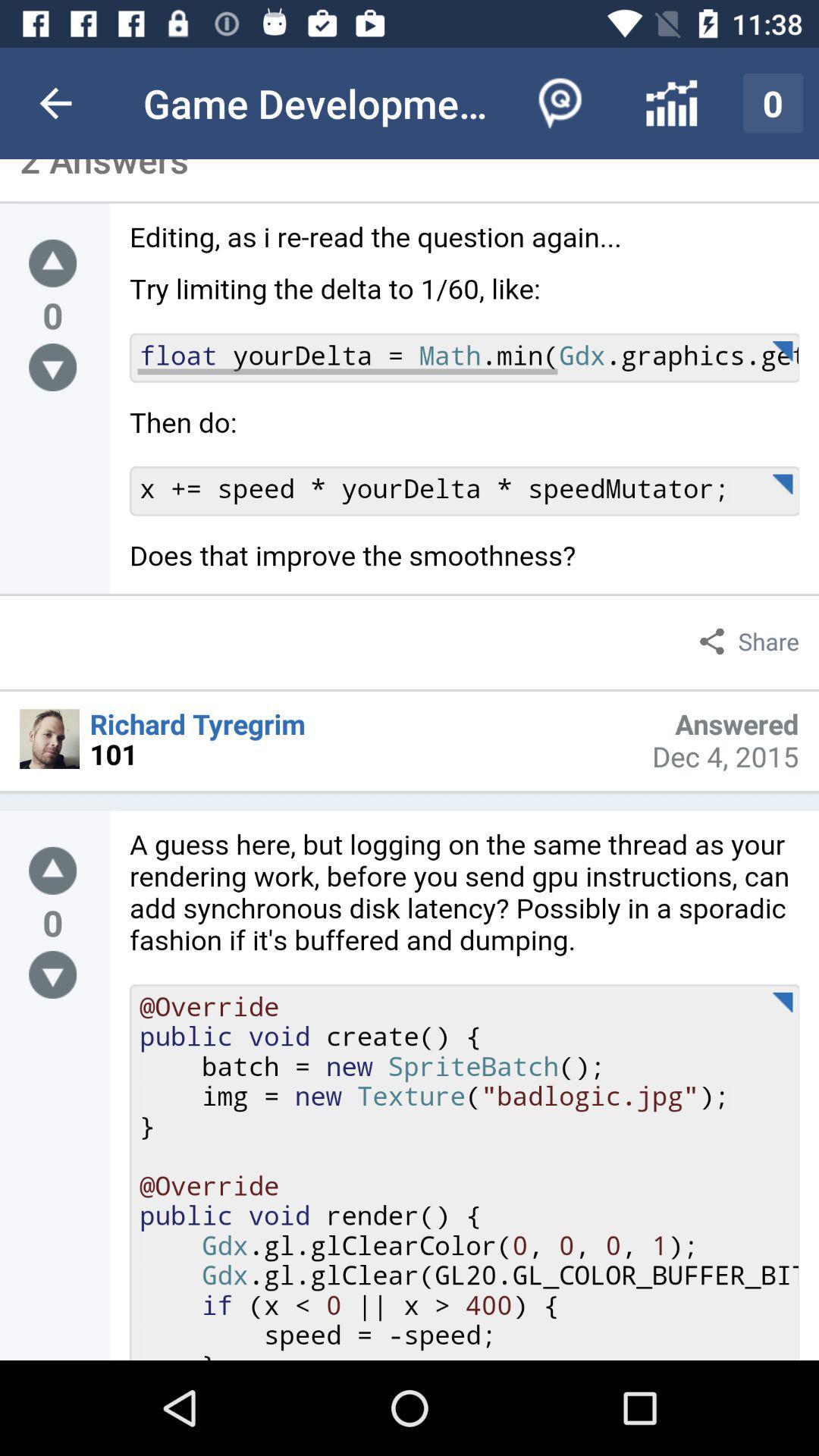 The width and height of the screenshot is (819, 1456). I want to click on move down, so click(52, 974).